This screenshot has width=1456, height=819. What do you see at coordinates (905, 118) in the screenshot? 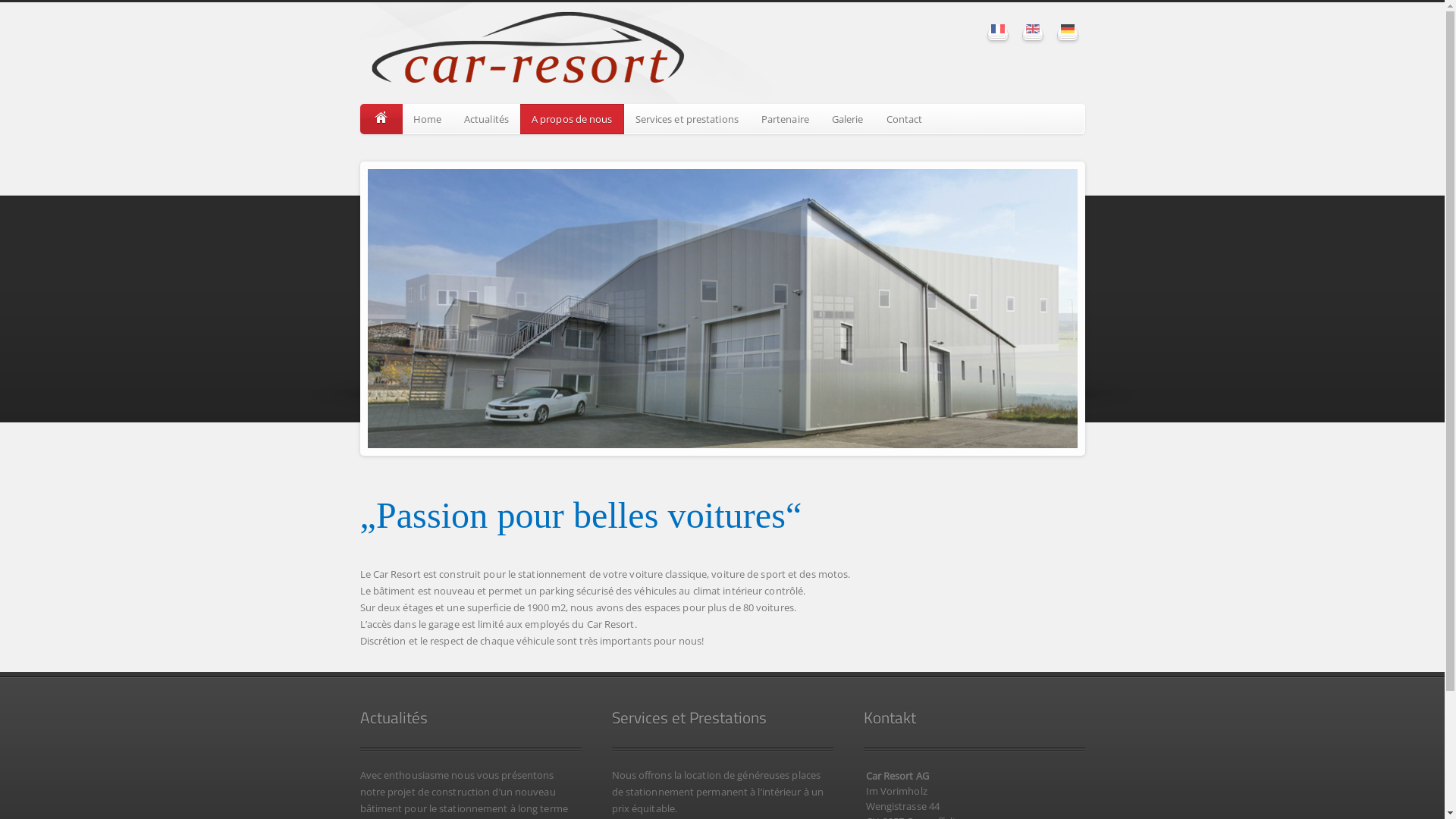
I see `'Contact'` at bounding box center [905, 118].